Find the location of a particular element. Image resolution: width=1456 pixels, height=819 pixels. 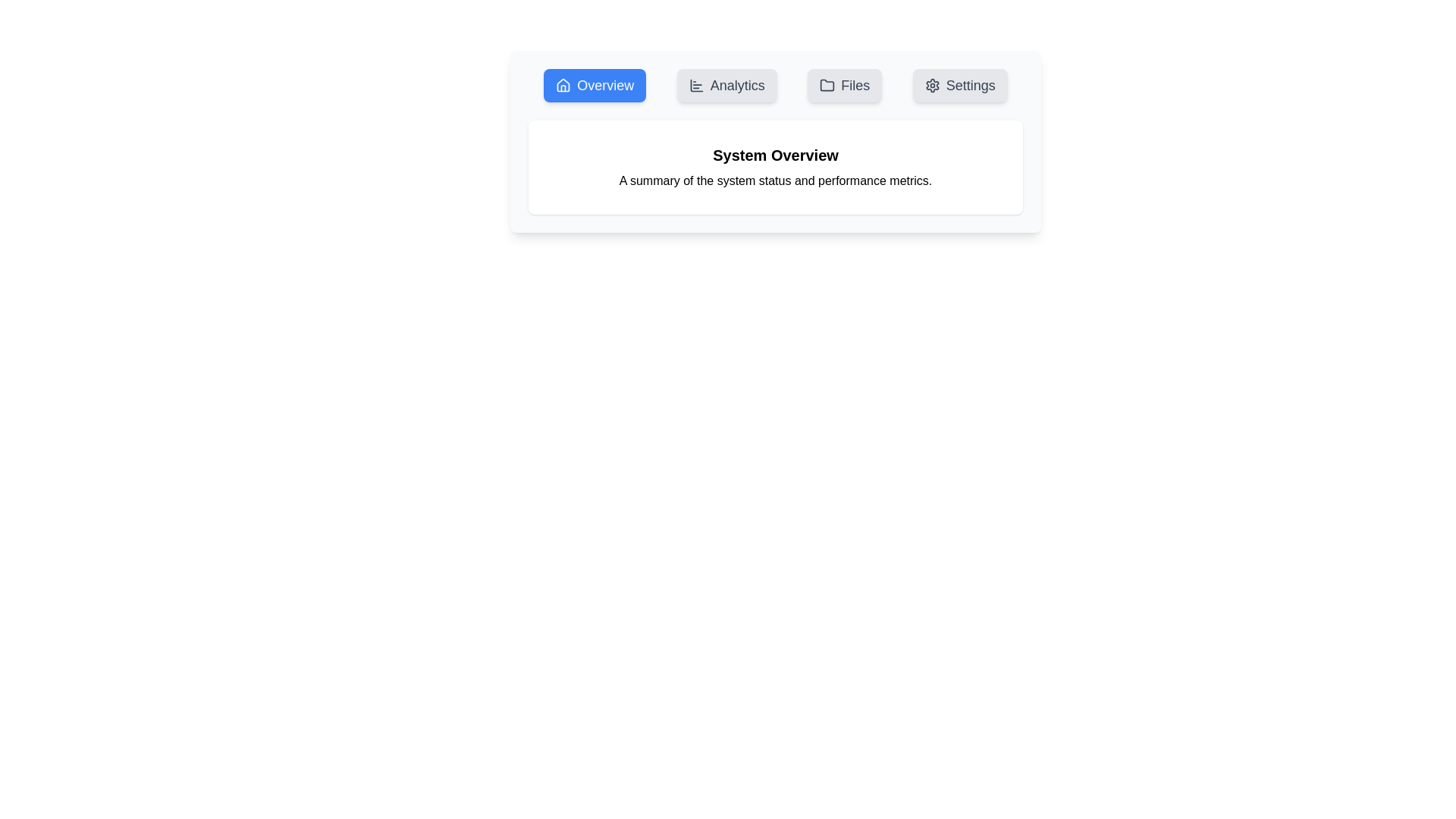

the bar chart icon located to the left of the 'Analytics' label in the navigation bar, which is represented by three horizontal bars of varying lengths within a square outline is located at coordinates (695, 85).